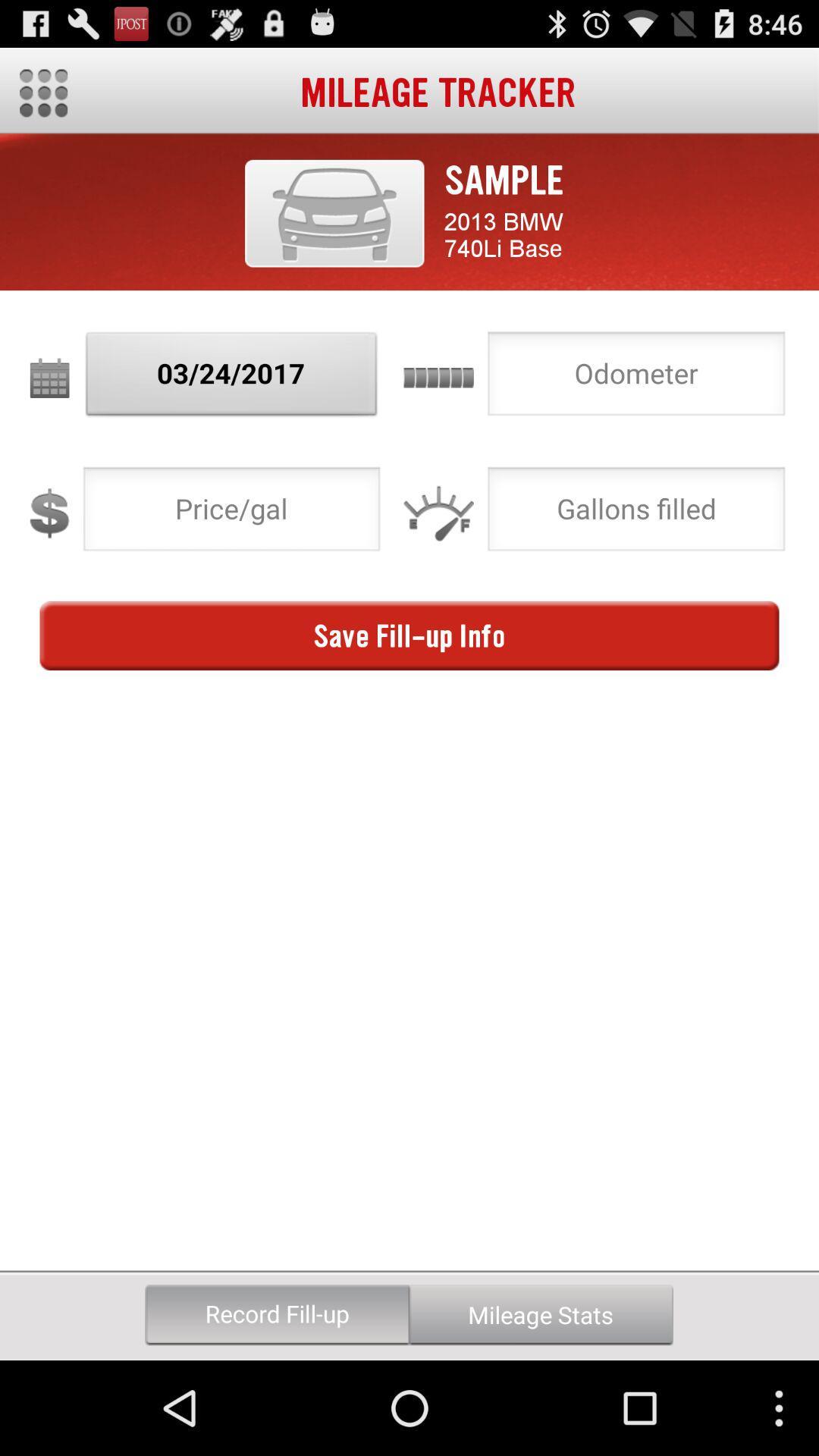 The height and width of the screenshot is (1456, 819). Describe the element at coordinates (540, 1314) in the screenshot. I see `button next to the record fill-up button` at that location.